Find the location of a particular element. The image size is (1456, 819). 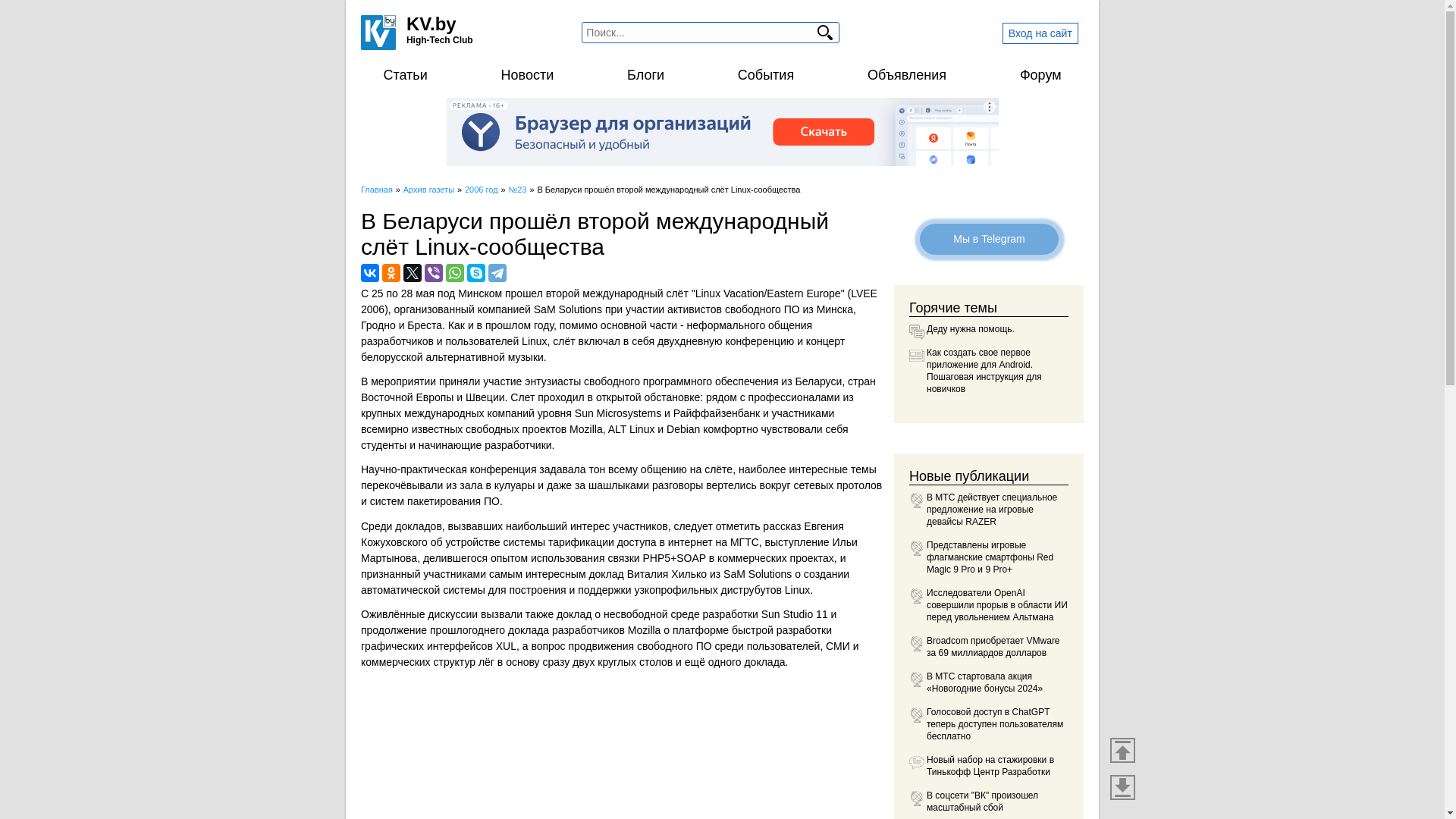

'Twitter' is located at coordinates (412, 271).